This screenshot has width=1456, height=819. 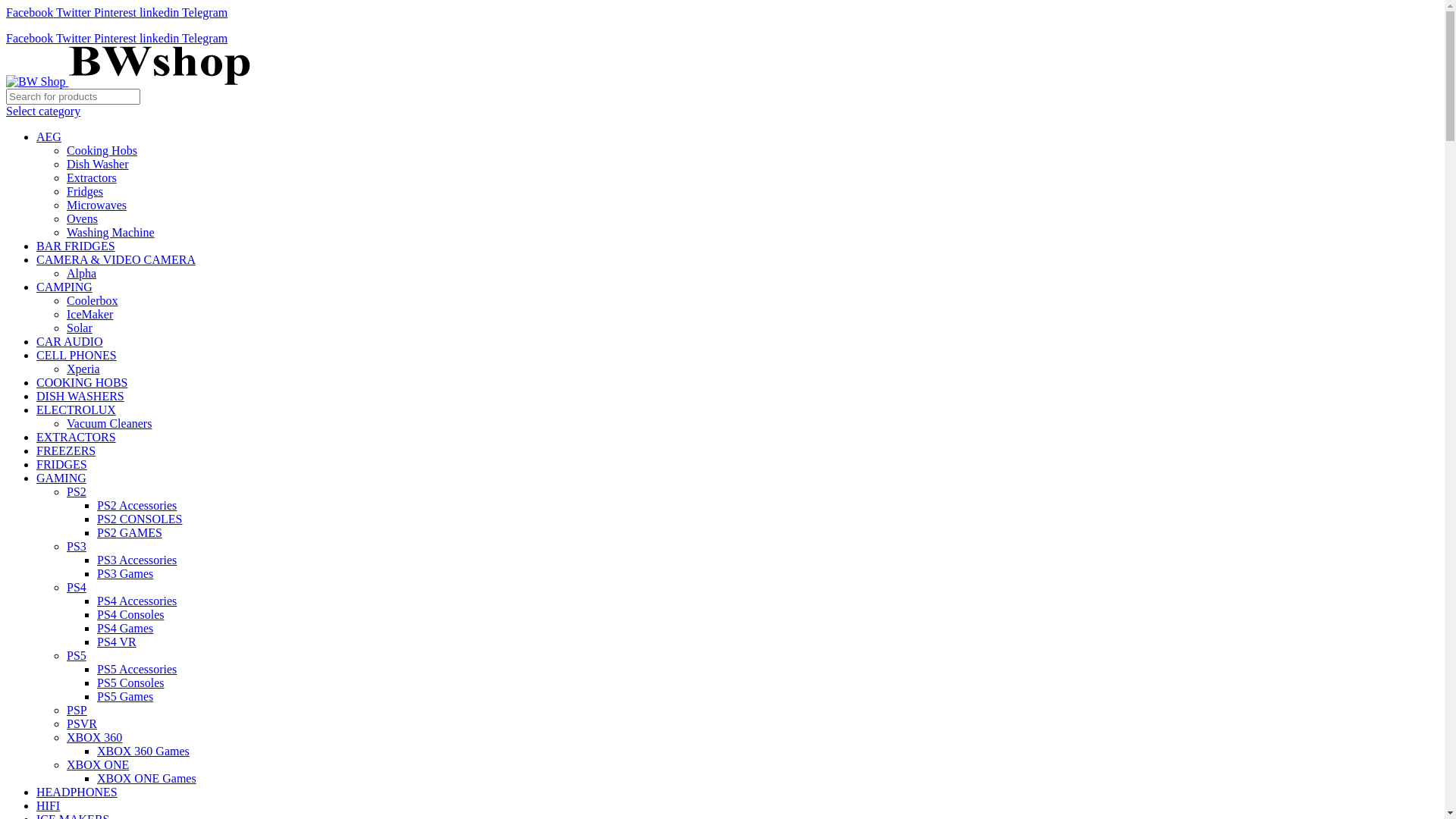 I want to click on 'PS5', so click(x=65, y=654).